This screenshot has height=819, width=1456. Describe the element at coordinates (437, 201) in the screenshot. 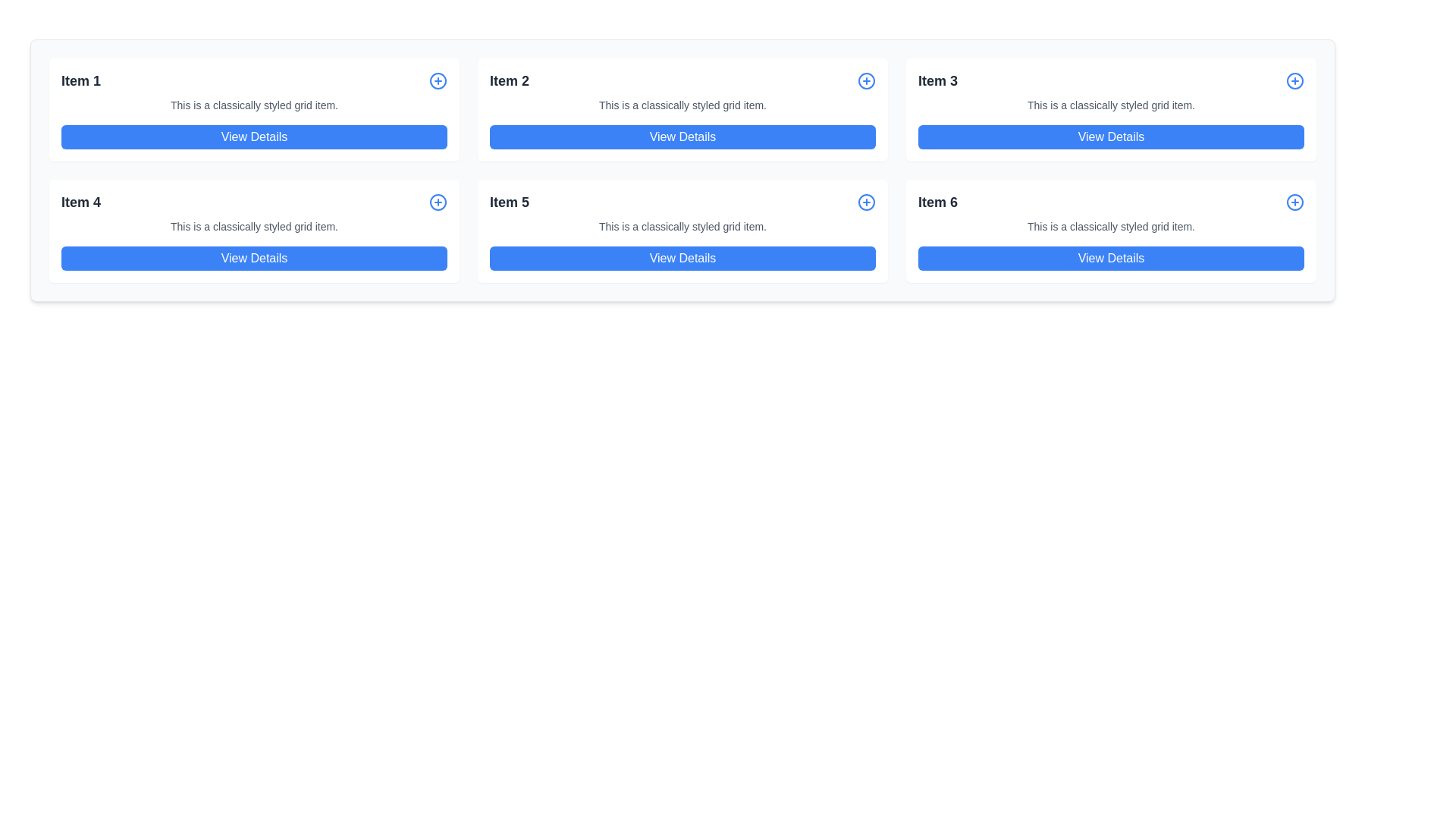

I see `the circular outline of the icon associated with 'Item 4', located at the top-right of the 'Item 4' card` at that location.